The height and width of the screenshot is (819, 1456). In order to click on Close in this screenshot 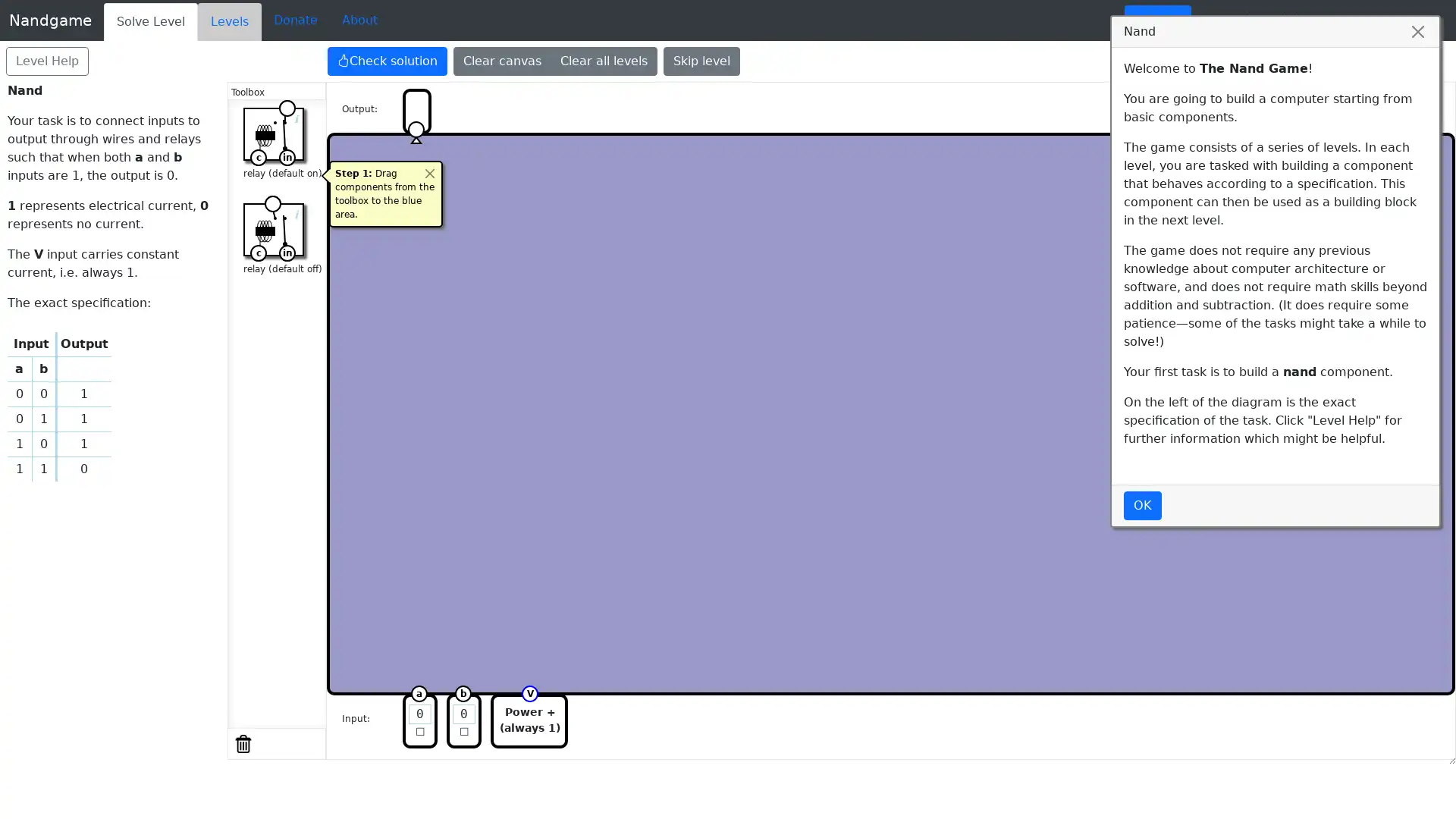, I will do `click(428, 172)`.